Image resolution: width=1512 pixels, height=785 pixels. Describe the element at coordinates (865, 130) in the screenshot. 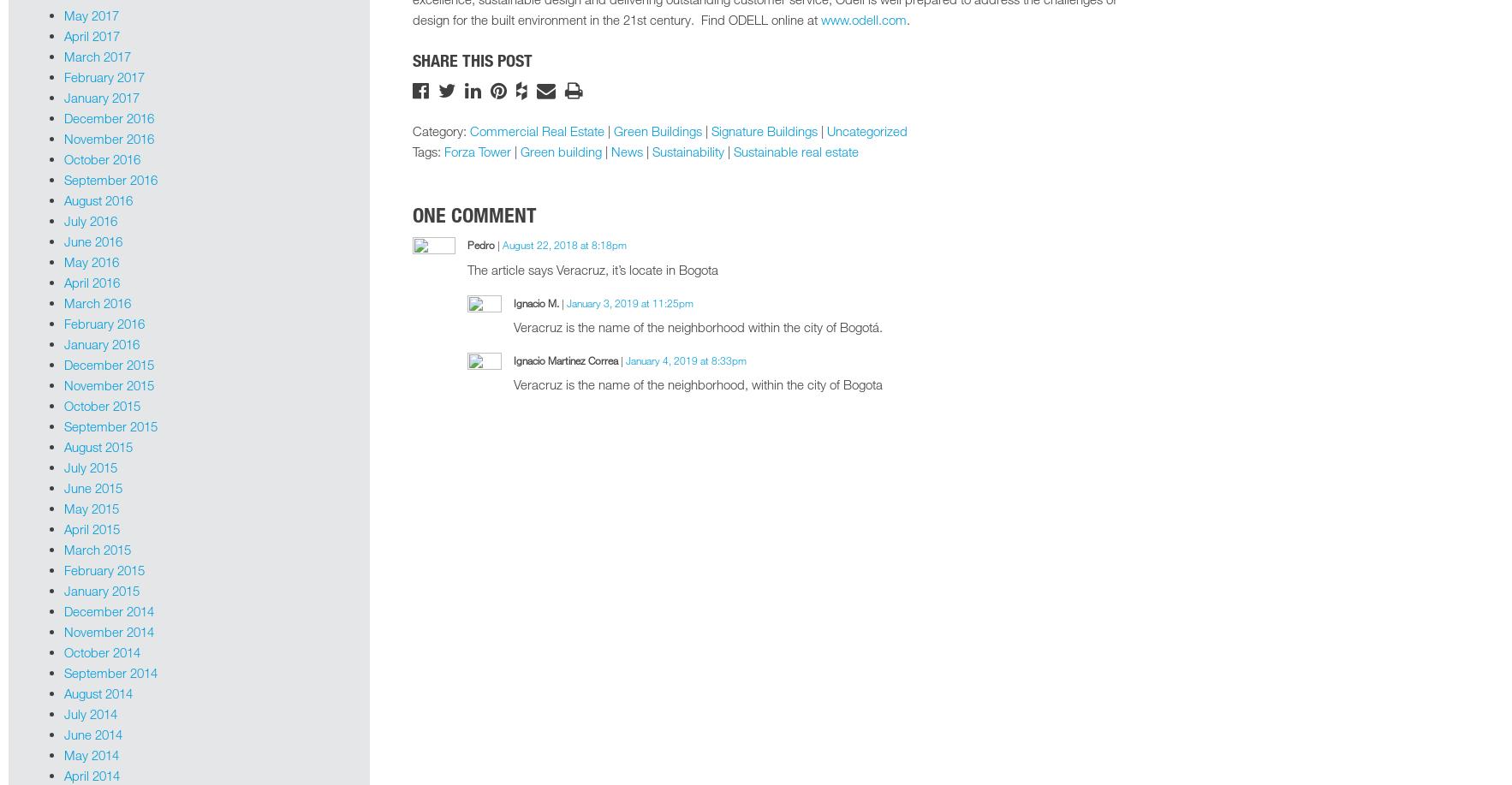

I see `'Uncategorized'` at that location.